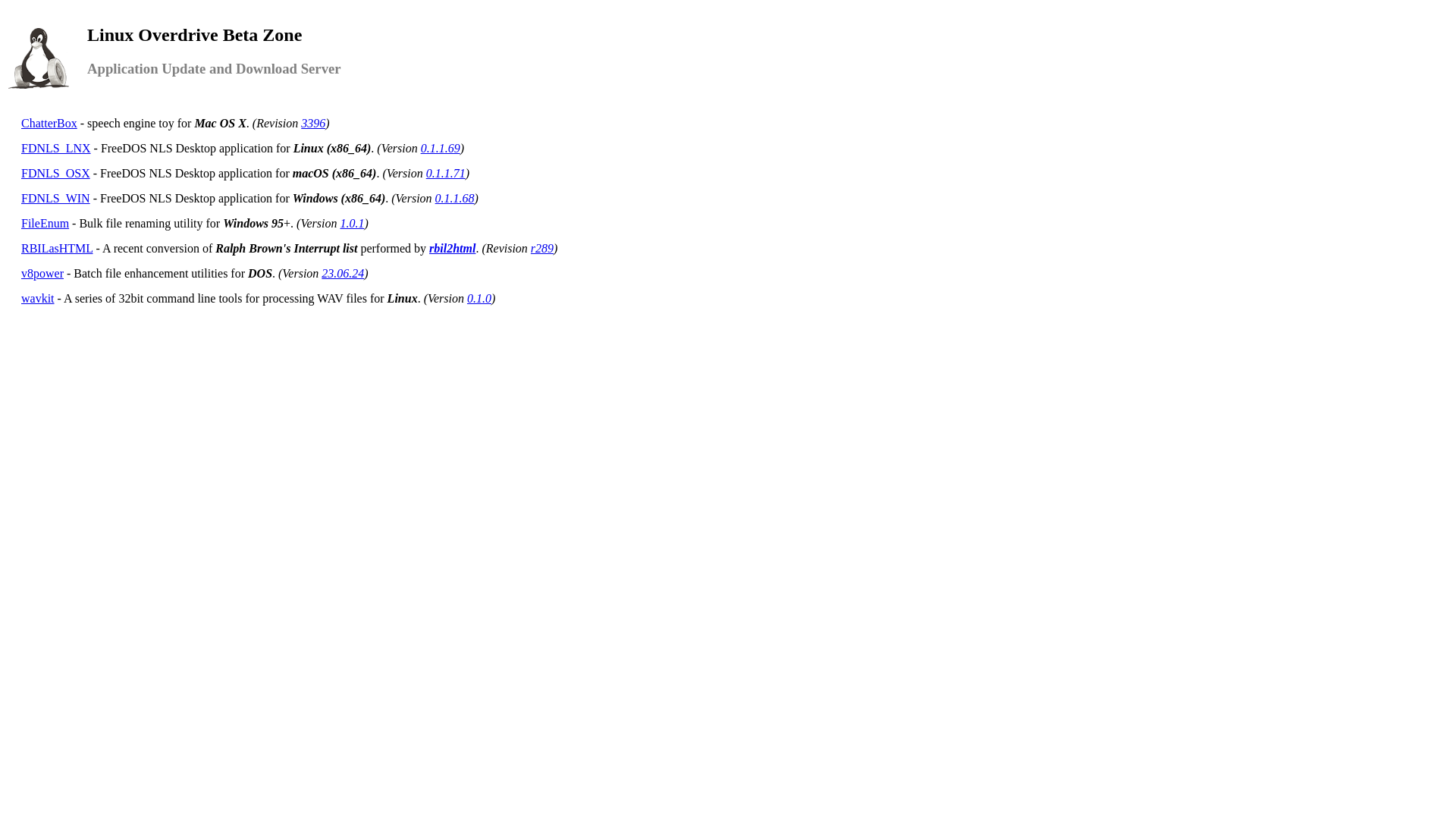 The image size is (1456, 819). Describe the element at coordinates (21, 273) in the screenshot. I see `'v8power'` at that location.